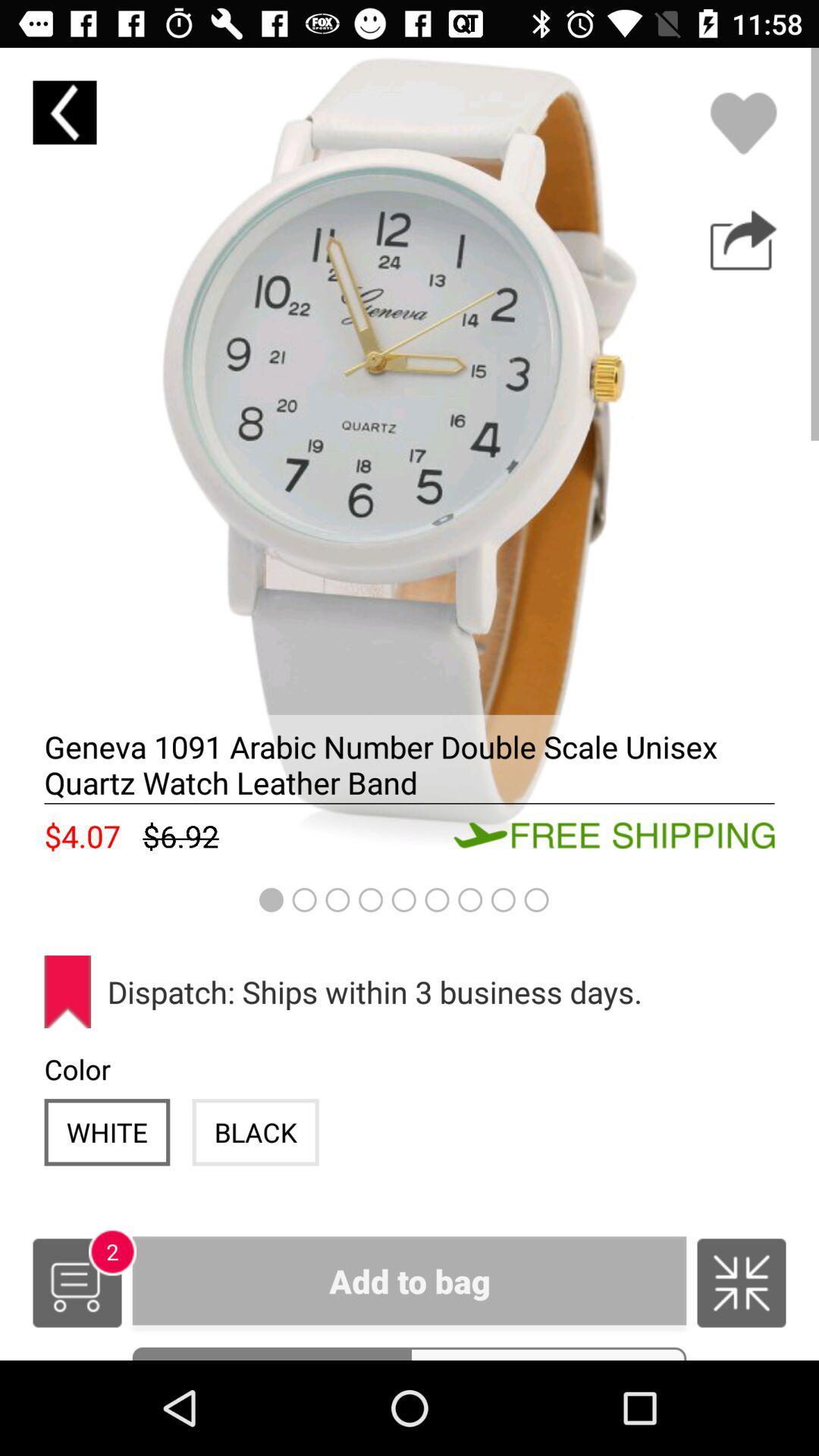 The width and height of the screenshot is (819, 1456). I want to click on item selected, so click(409, 457).